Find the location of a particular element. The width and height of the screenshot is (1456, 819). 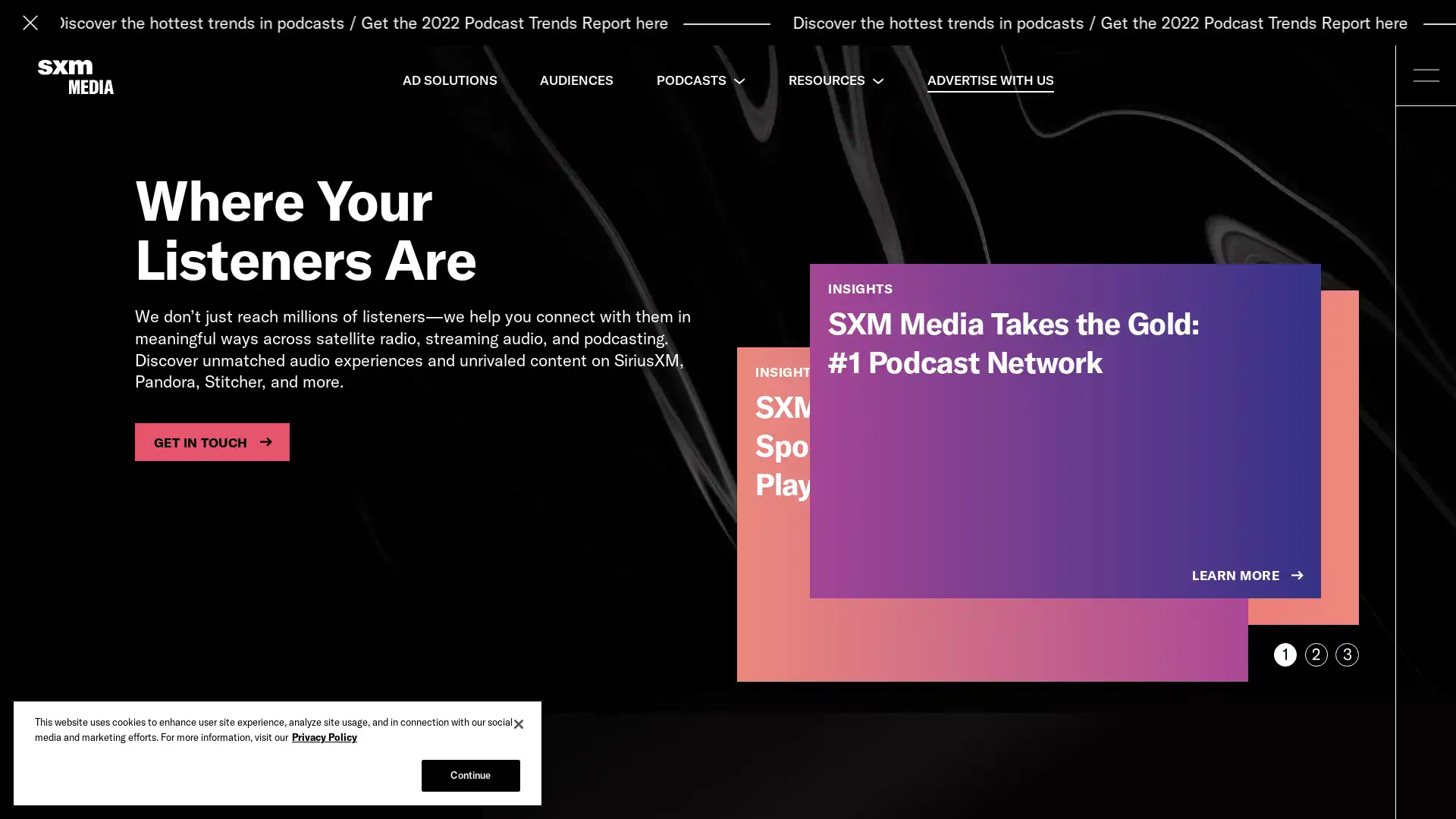

Close is located at coordinates (519, 723).